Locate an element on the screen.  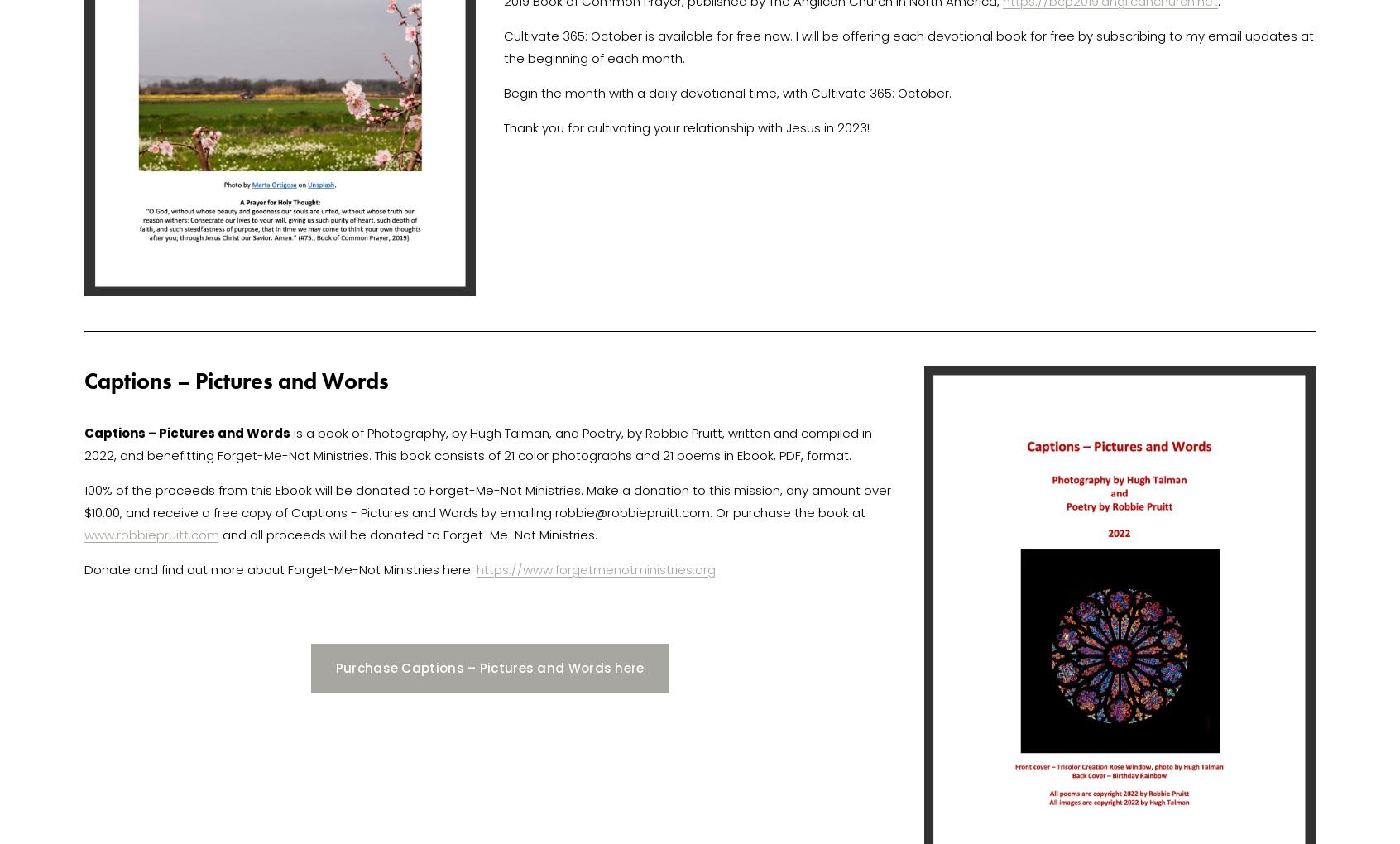
'Begin the month with a daily devotional time, with Cultivate 365: October.' is located at coordinates (728, 92).